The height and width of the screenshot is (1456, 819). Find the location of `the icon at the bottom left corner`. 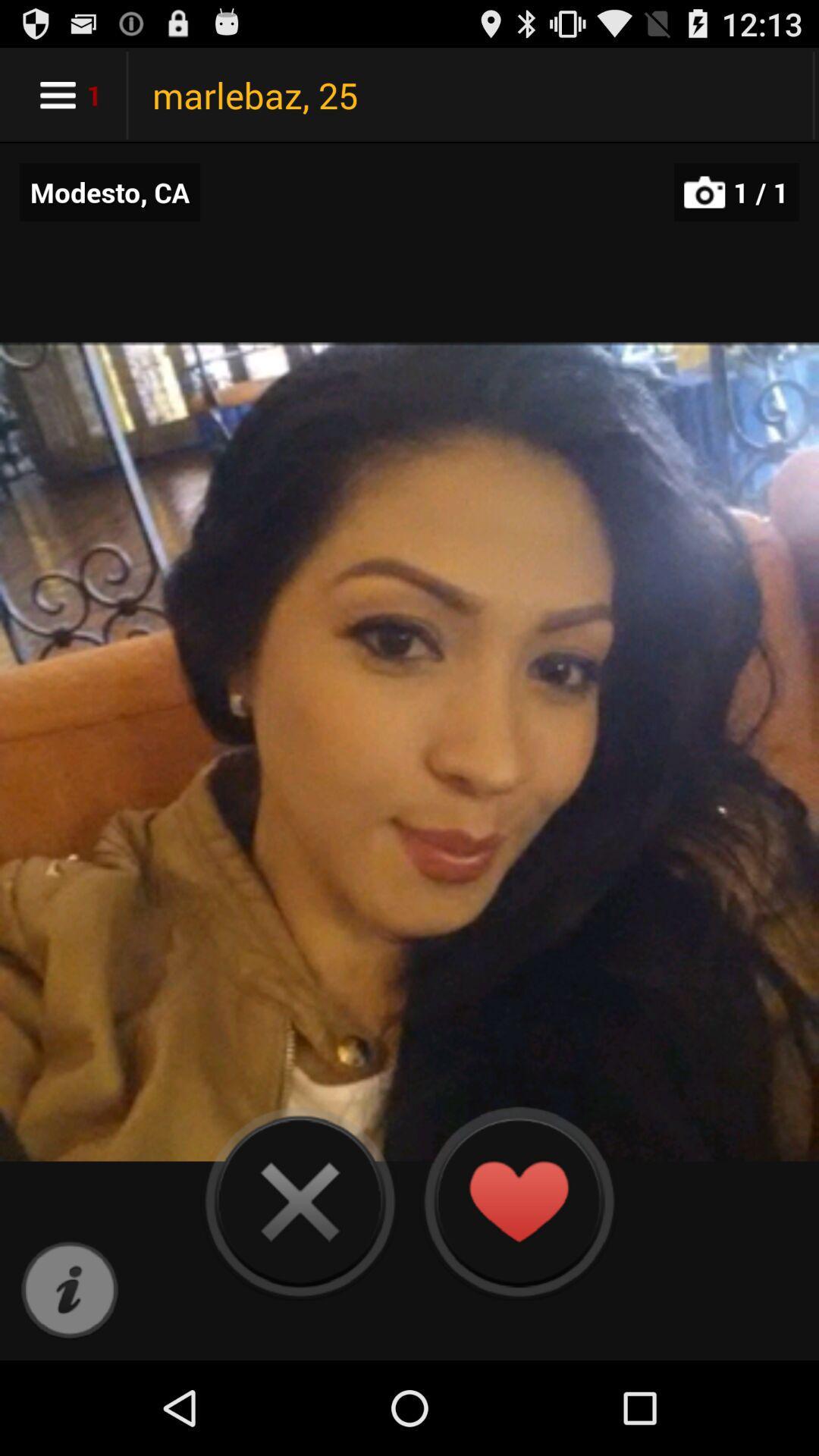

the icon at the bottom left corner is located at coordinates (69, 1290).